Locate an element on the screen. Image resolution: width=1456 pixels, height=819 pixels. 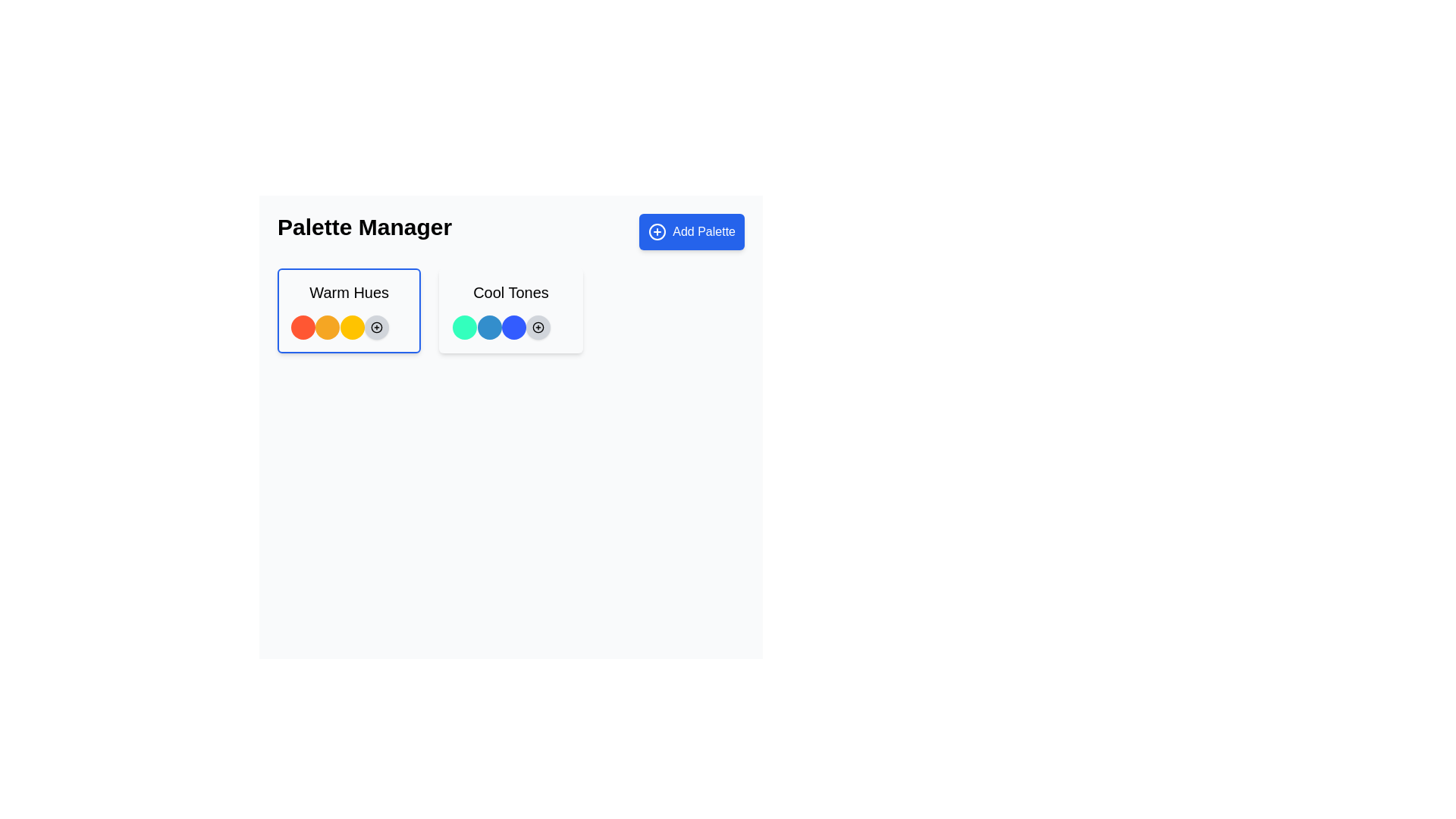
the 'Cool Tones' card component is located at coordinates (510, 309).